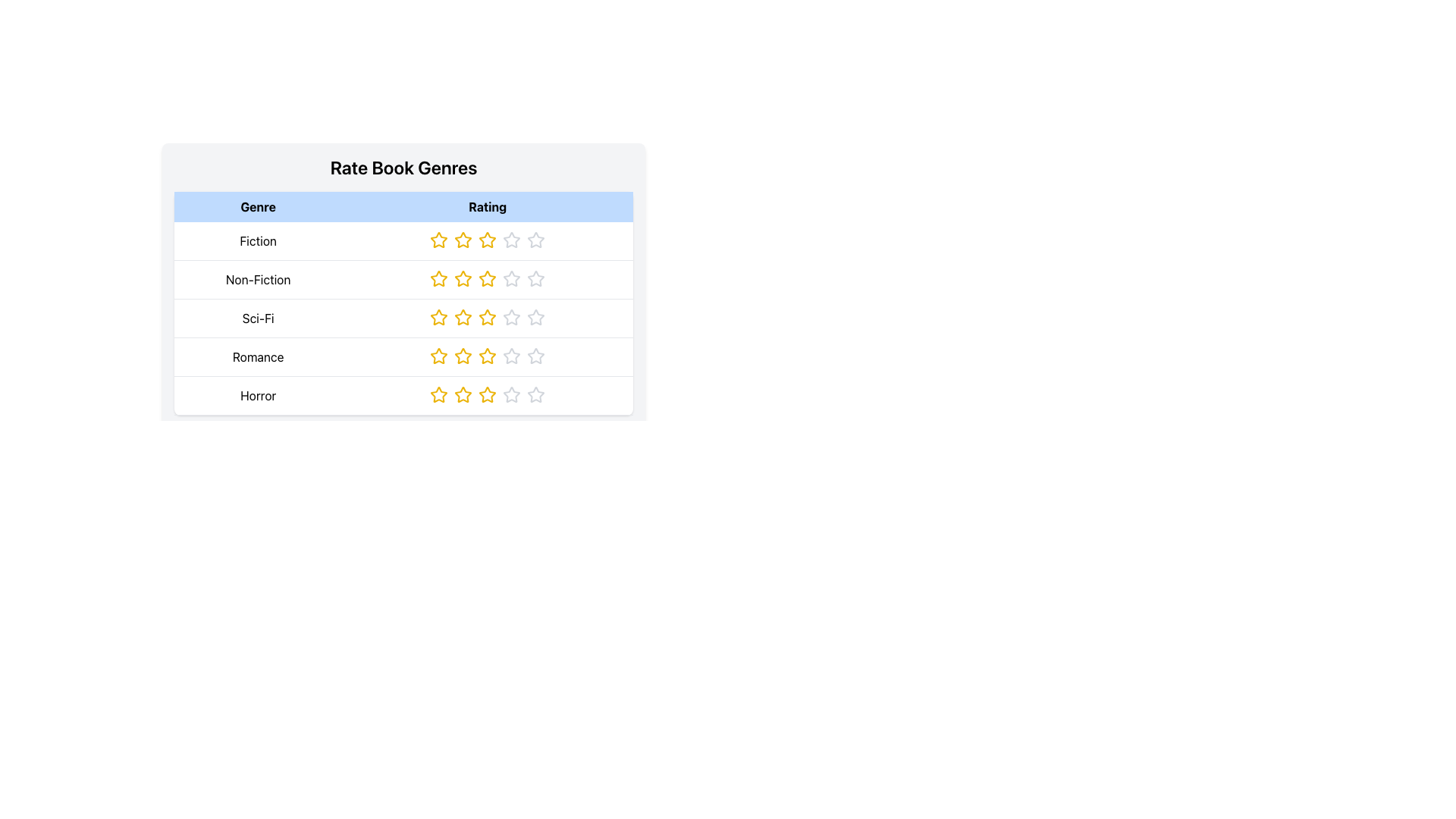 This screenshot has width=1456, height=819. I want to click on the third star rating icon in the second row under the 'Rating' column, which represents a rating option for the 'Non-Fiction' genre, so click(512, 278).